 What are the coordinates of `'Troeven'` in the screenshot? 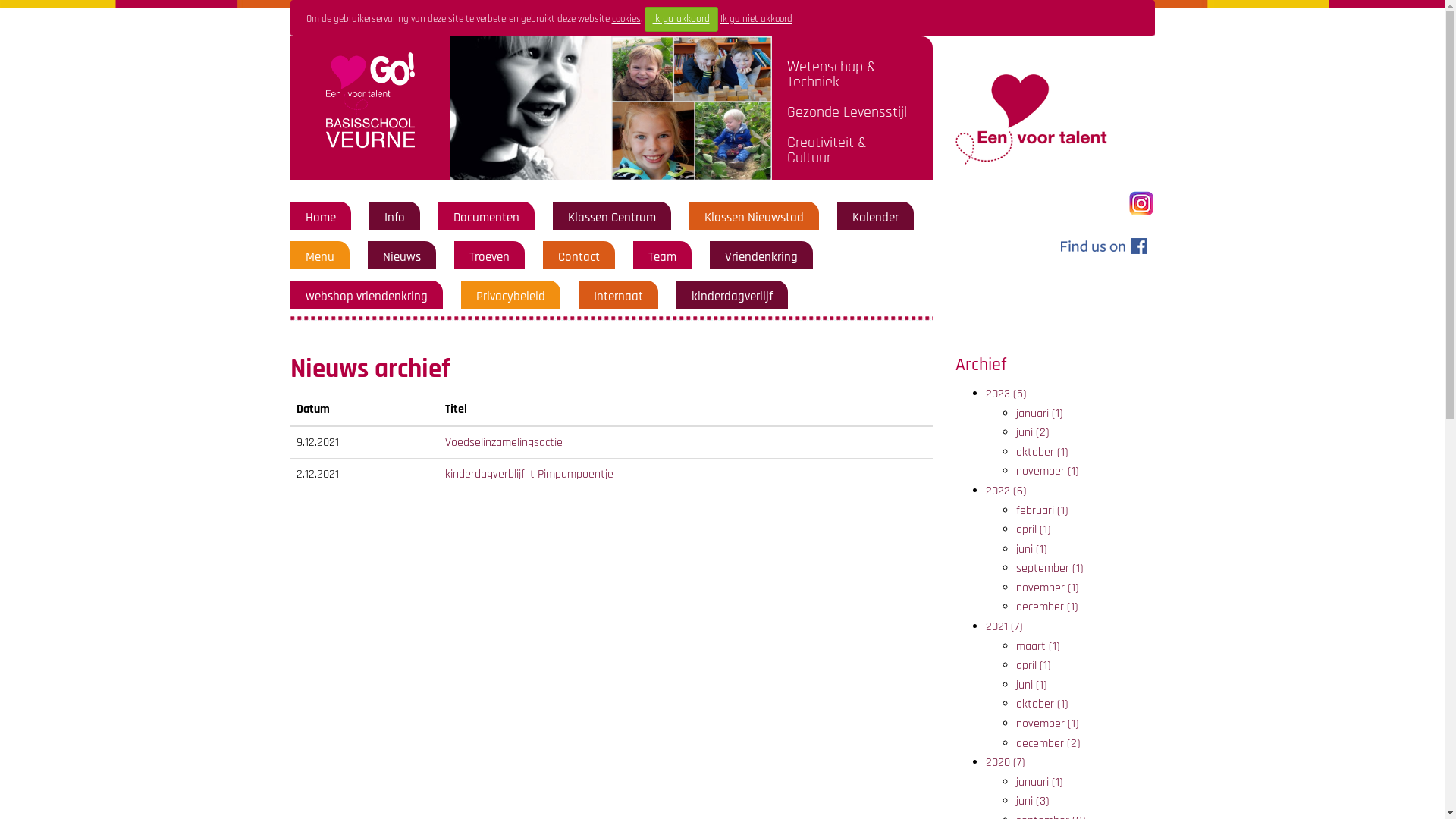 It's located at (488, 256).